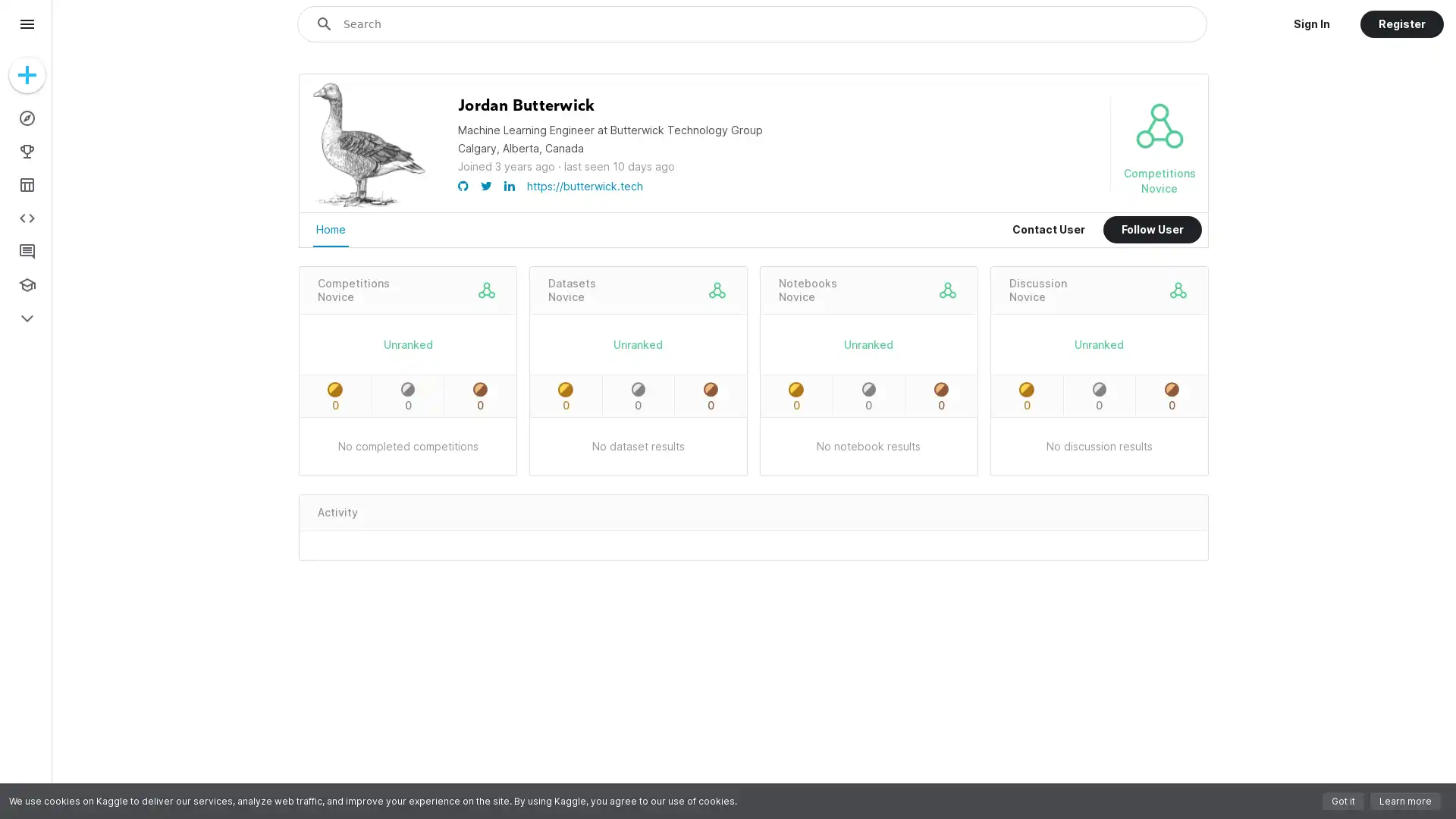 Image resolution: width=1456 pixels, height=819 pixels. Describe the element at coordinates (369, 206) in the screenshot. I see `image-url` at that location.